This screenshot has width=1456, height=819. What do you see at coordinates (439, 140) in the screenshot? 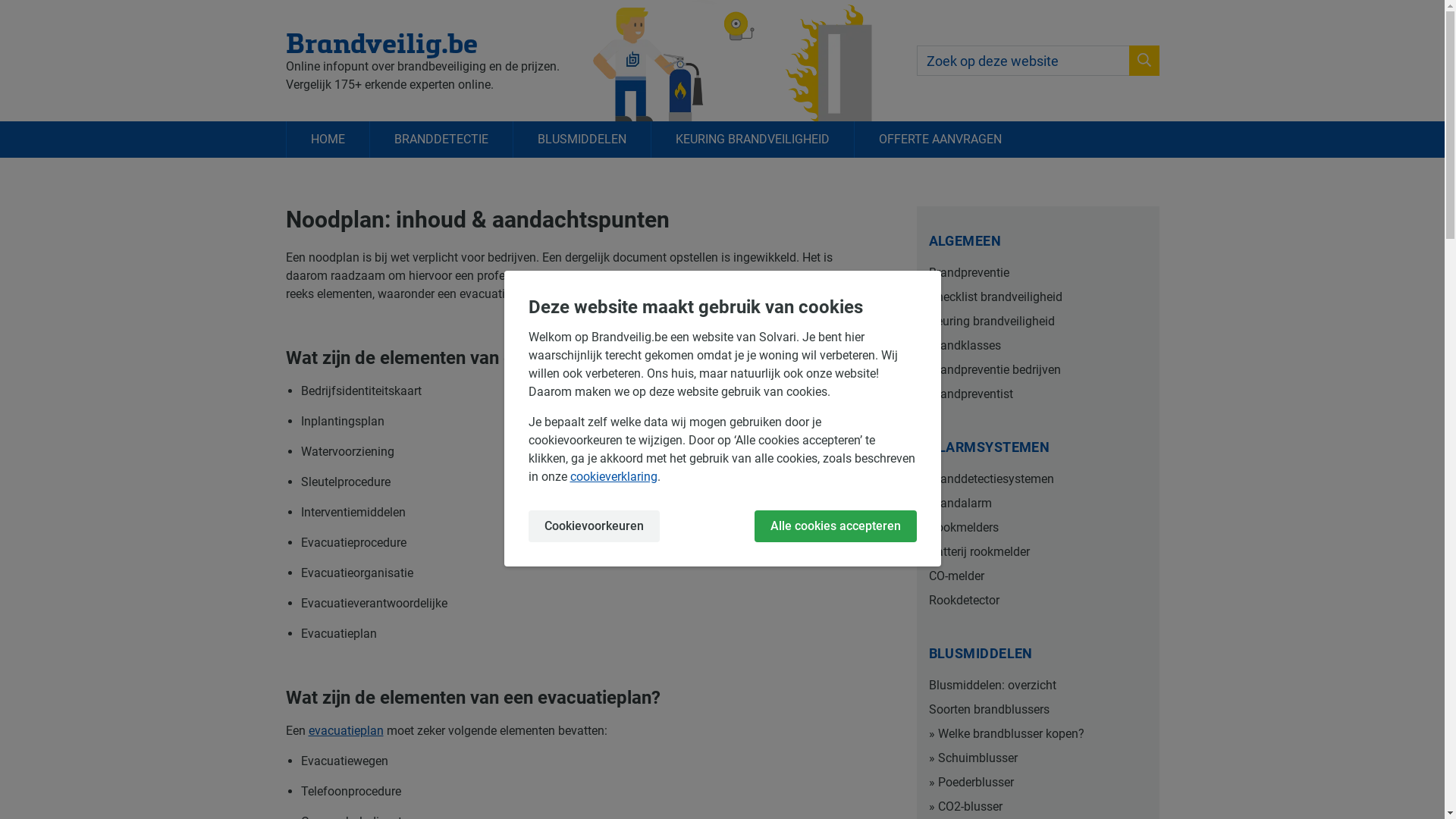
I see `'BRANDDETECTIE'` at bounding box center [439, 140].